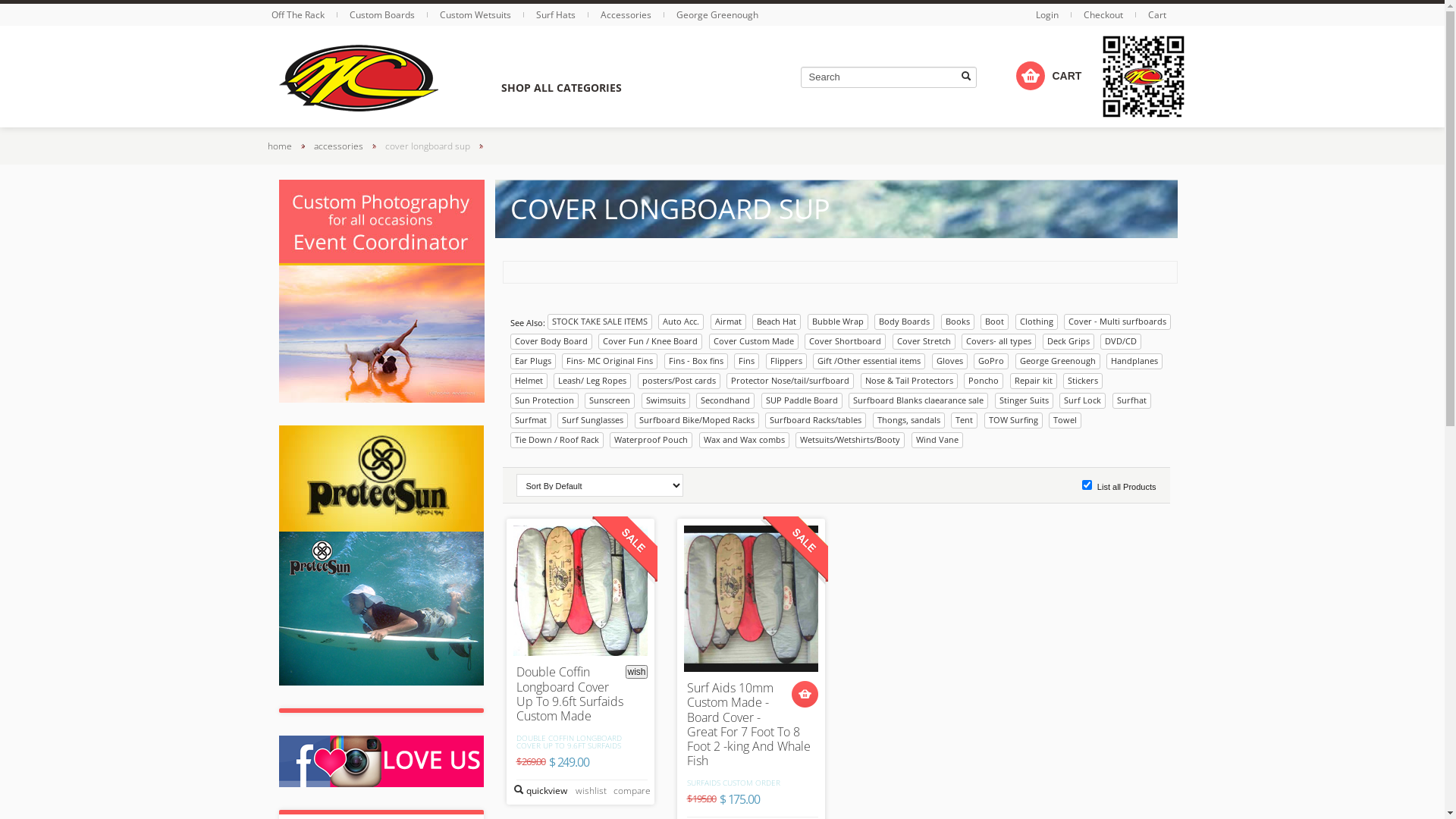 This screenshot has width=1456, height=819. What do you see at coordinates (726, 321) in the screenshot?
I see `'Airmat'` at bounding box center [726, 321].